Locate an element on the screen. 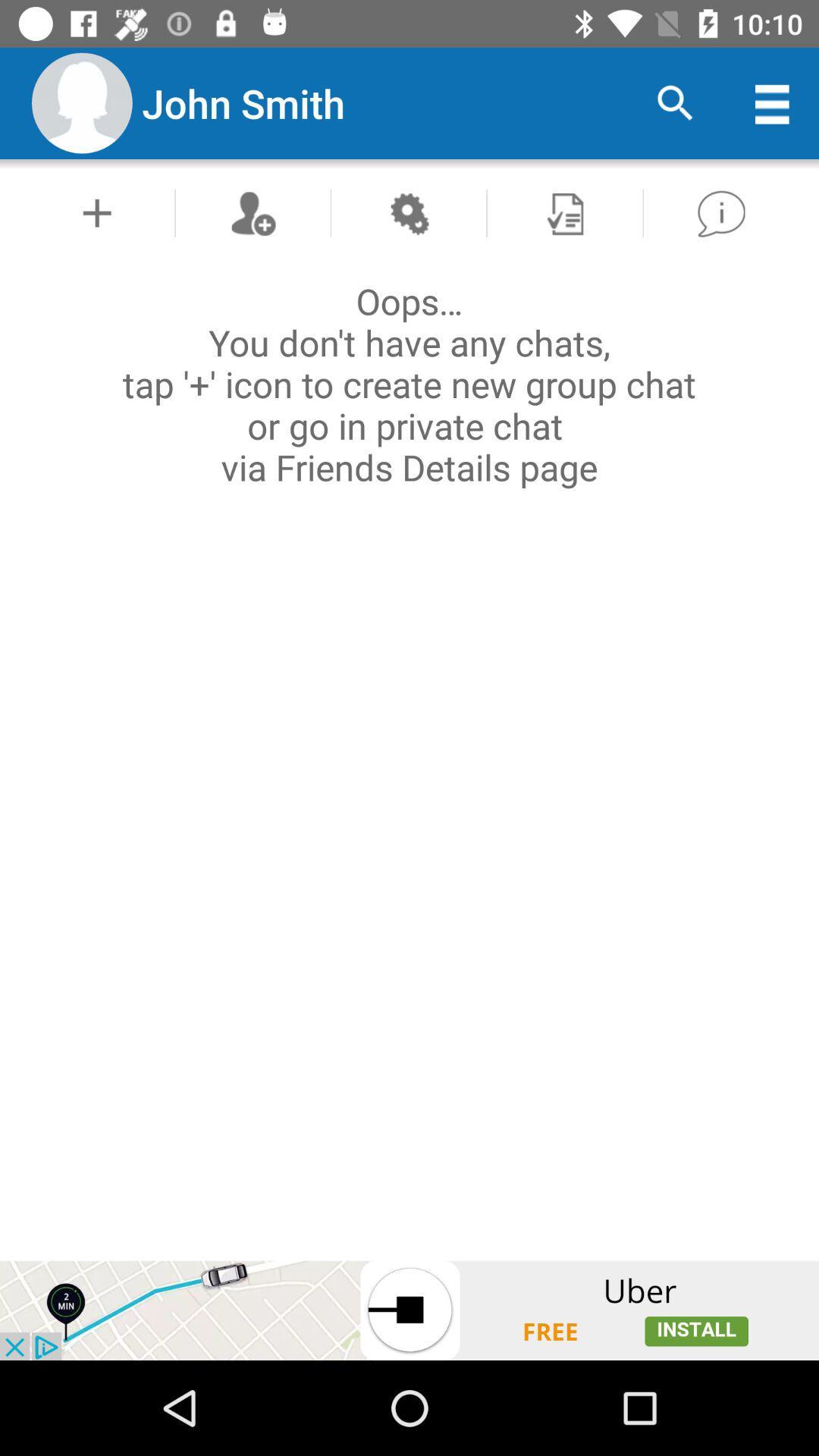 This screenshot has width=819, height=1456. personal details is located at coordinates (97, 212).